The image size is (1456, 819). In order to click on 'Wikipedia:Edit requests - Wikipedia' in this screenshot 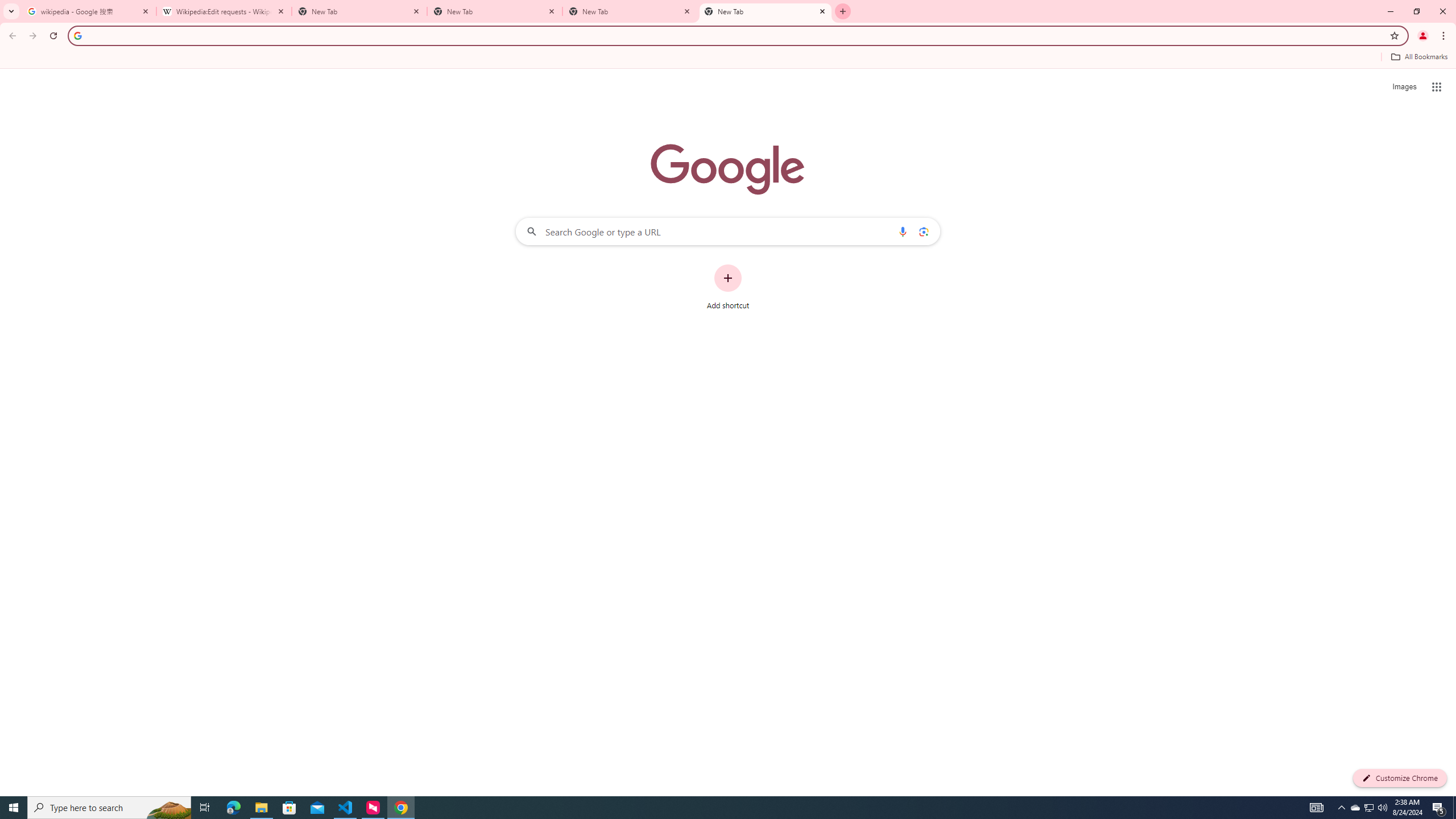, I will do `click(224, 11)`.